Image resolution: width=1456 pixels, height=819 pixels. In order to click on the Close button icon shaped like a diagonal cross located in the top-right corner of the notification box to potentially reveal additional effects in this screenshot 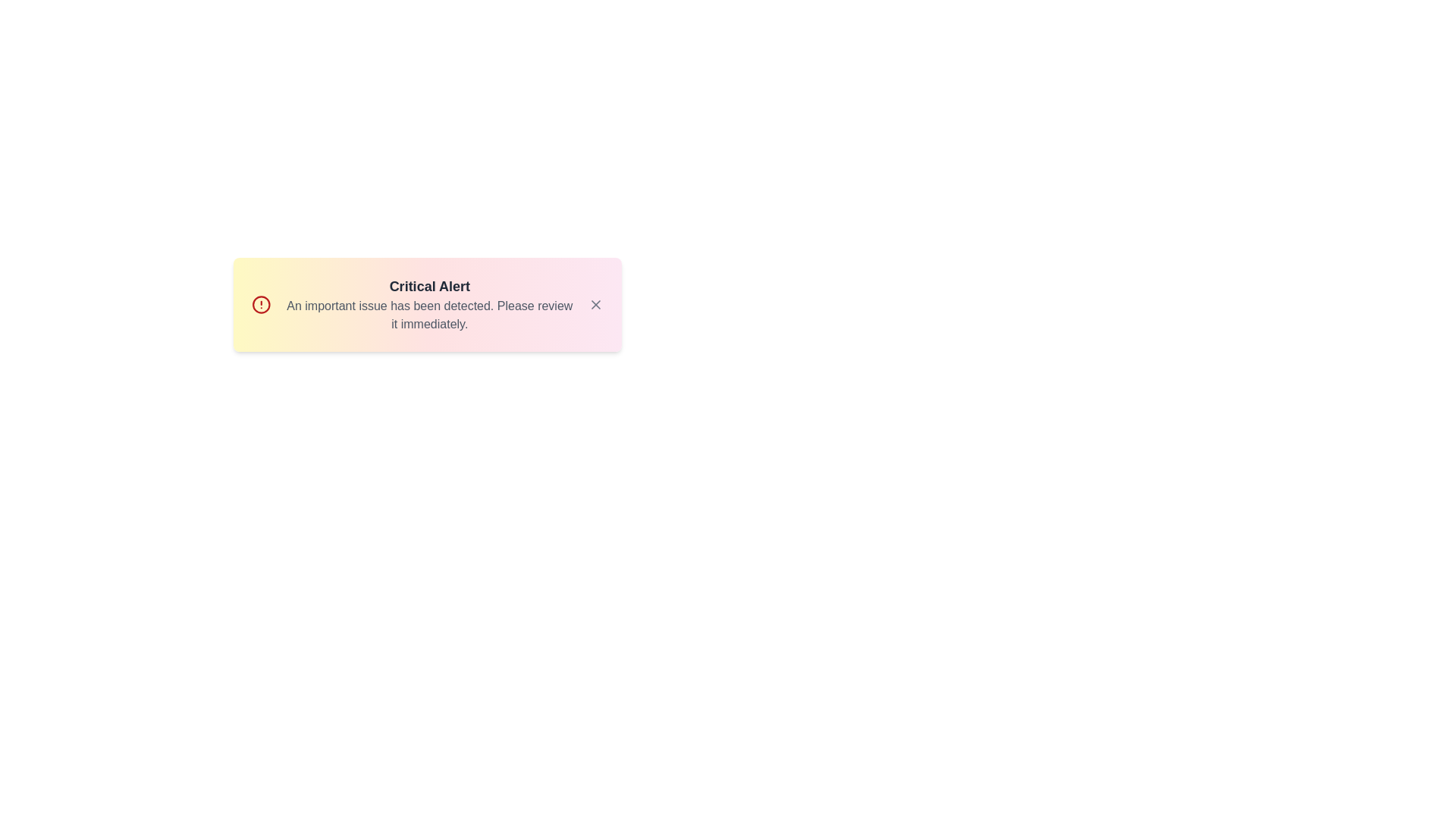, I will do `click(595, 304)`.